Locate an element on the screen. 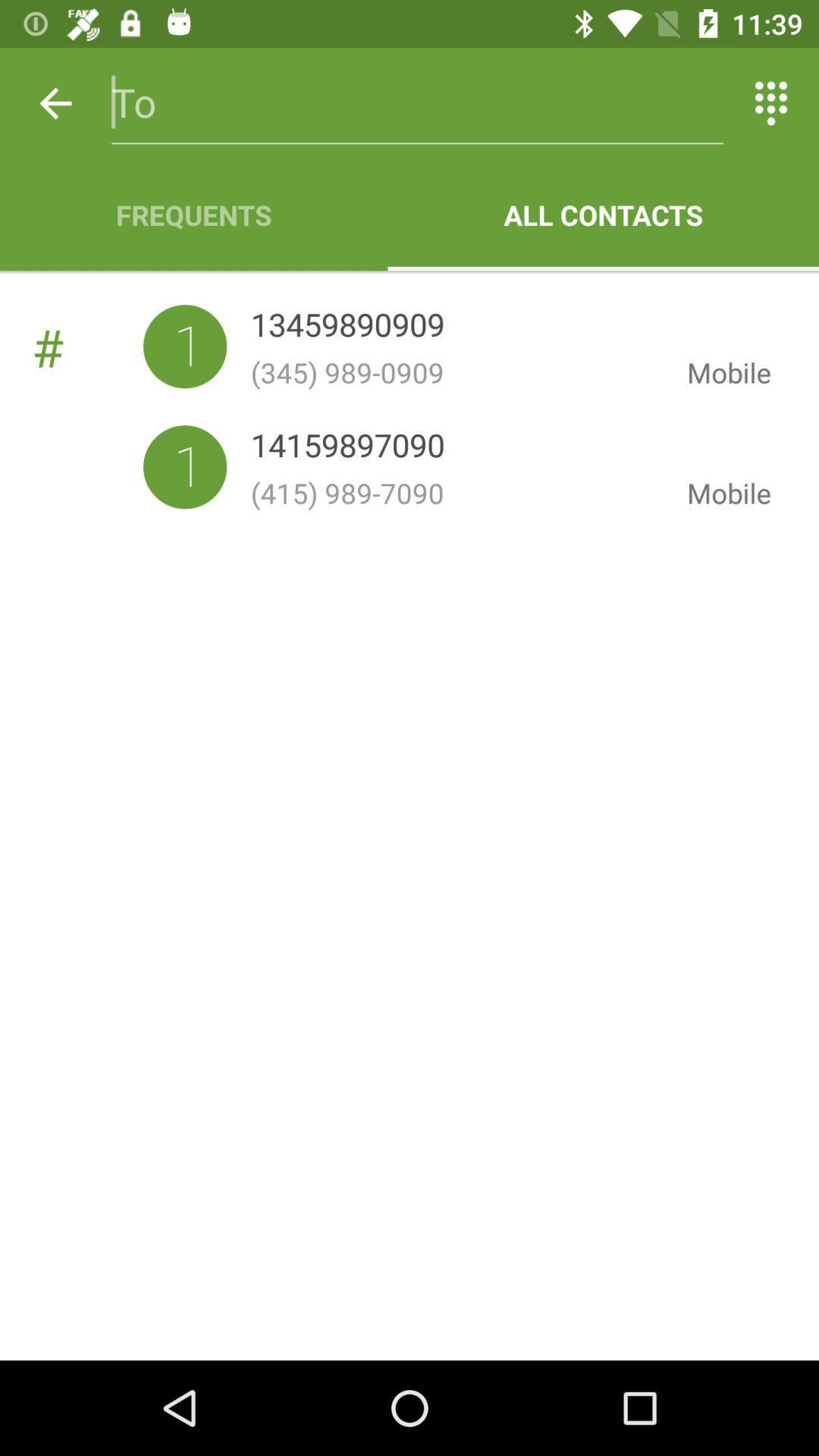 The image size is (819, 1456). the 14159897090 icon is located at coordinates (347, 447).